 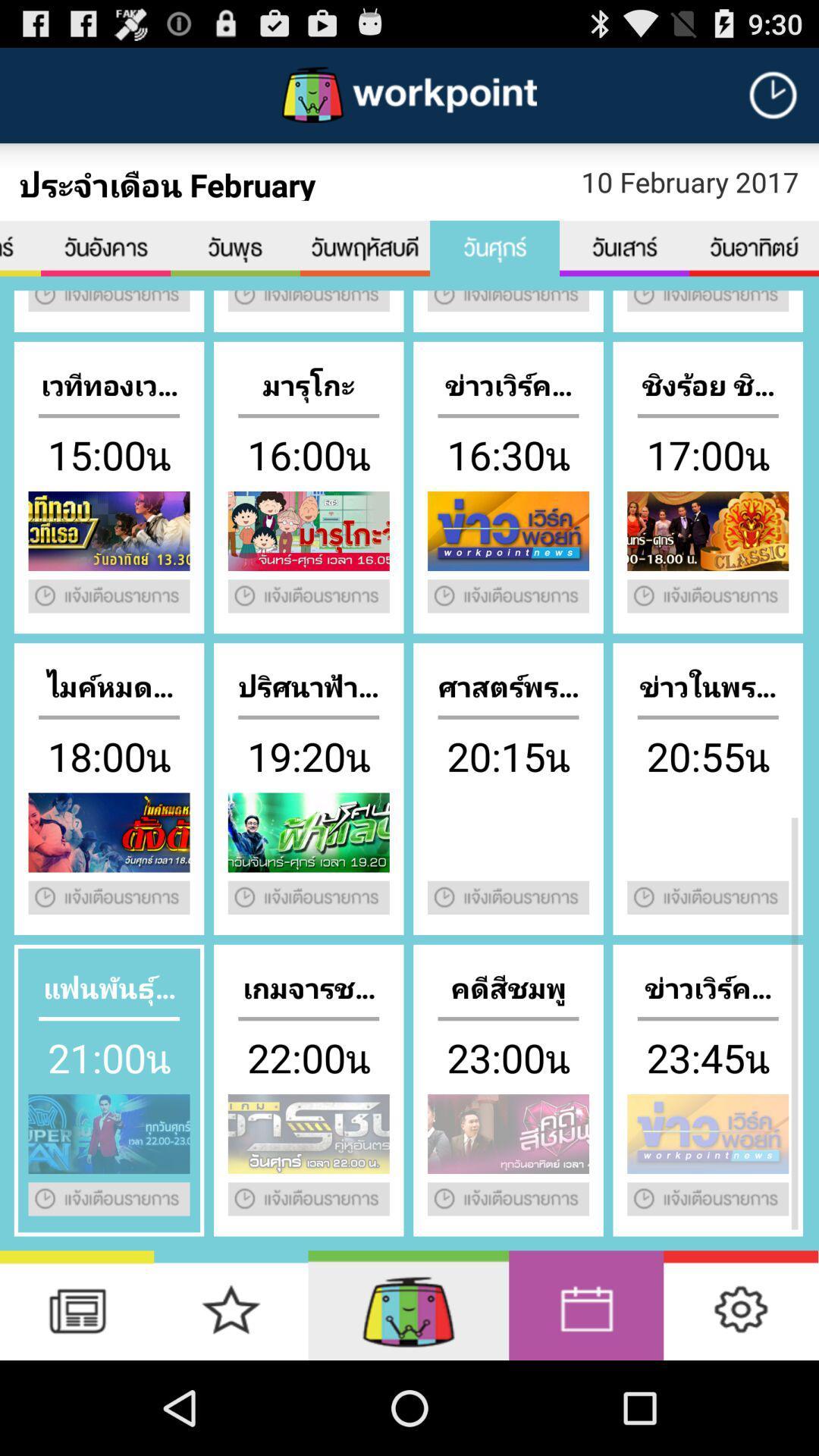 What do you see at coordinates (624, 265) in the screenshot?
I see `the date_range icon` at bounding box center [624, 265].